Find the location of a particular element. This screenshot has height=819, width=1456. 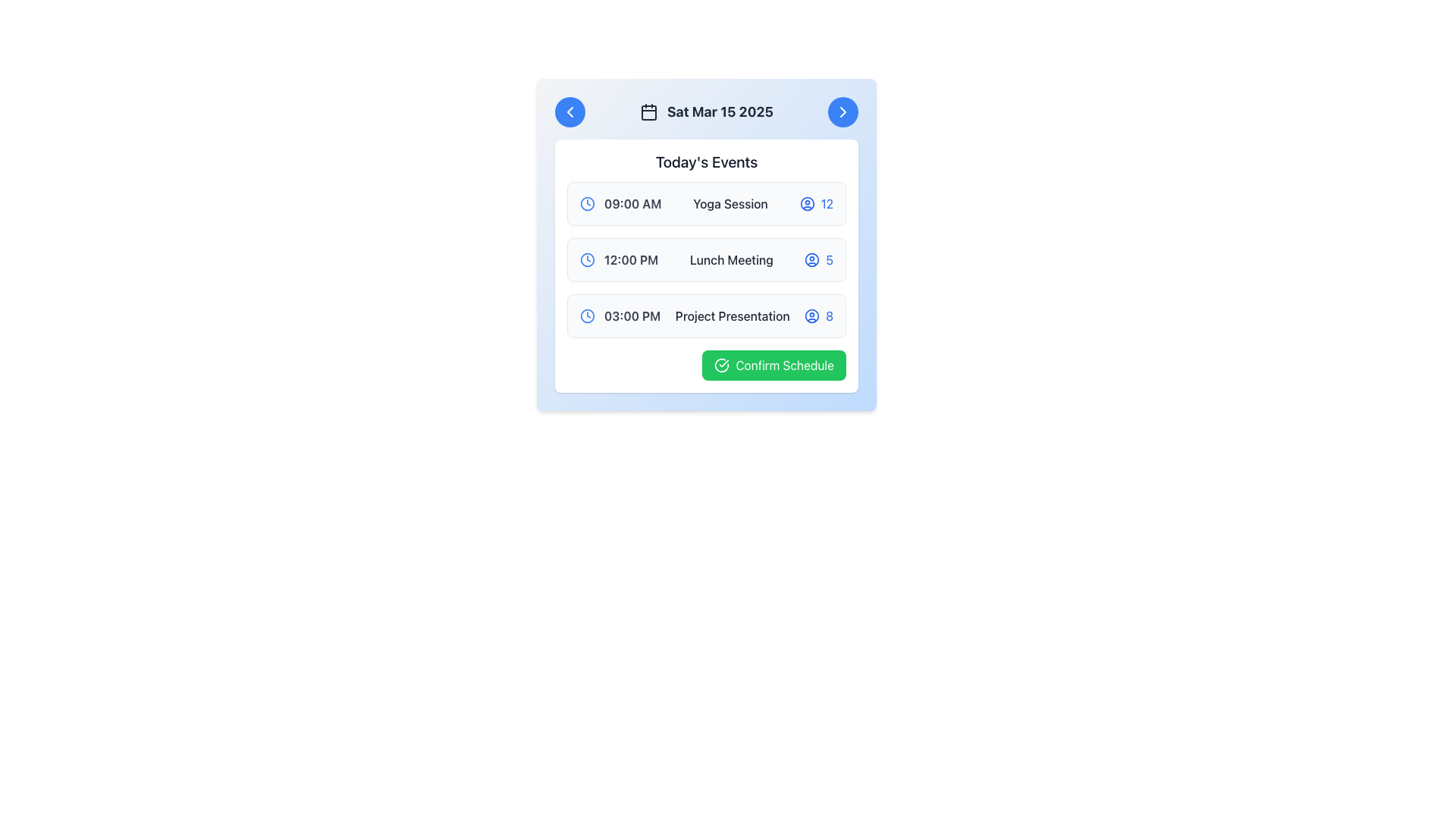

the text indicating the scheduled time for an event, located in the second row of the schedule list, next to a blue clock icon is located at coordinates (631, 259).